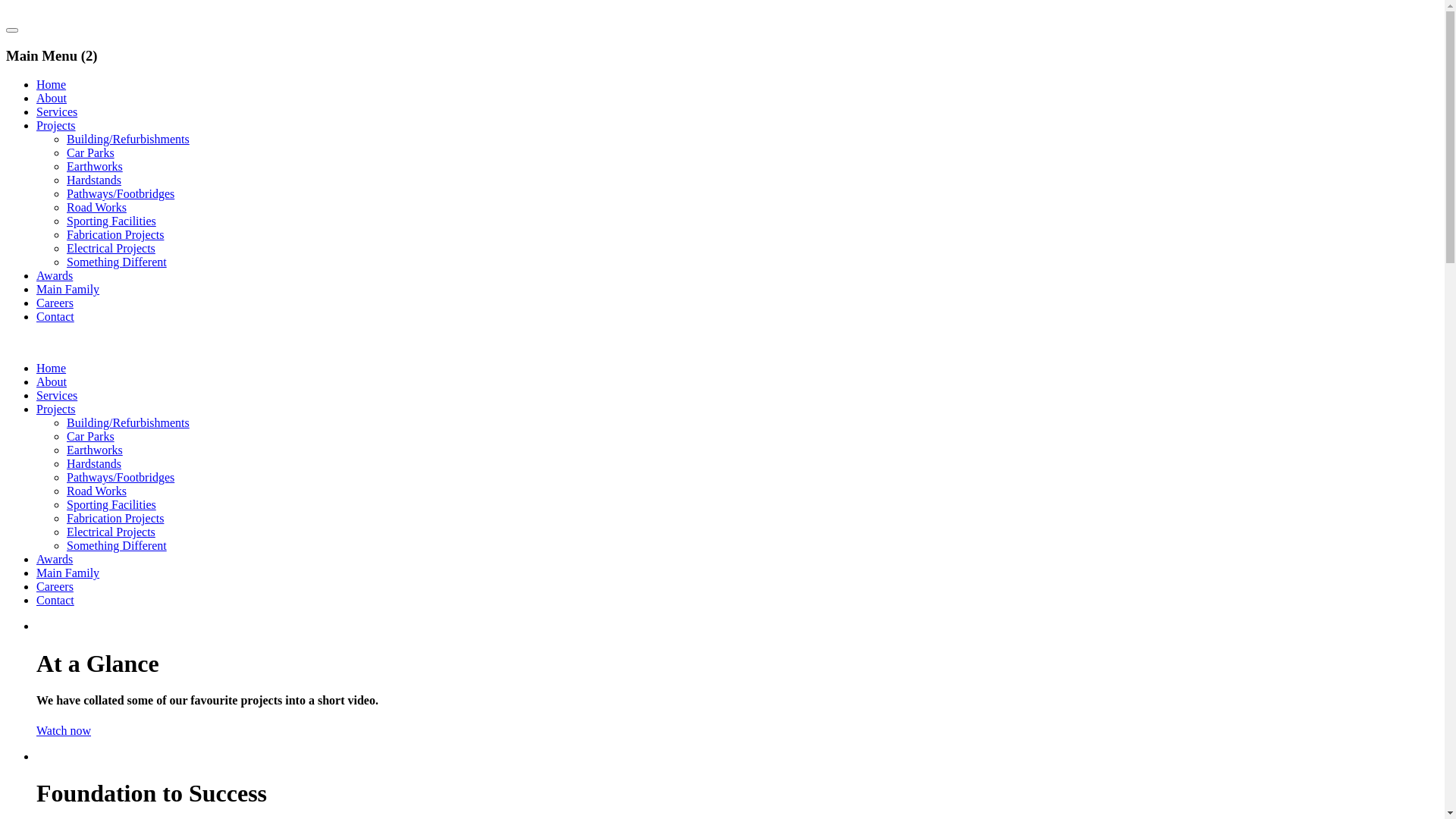 The image size is (1456, 819). What do you see at coordinates (55, 559) in the screenshot?
I see `'Awards'` at bounding box center [55, 559].